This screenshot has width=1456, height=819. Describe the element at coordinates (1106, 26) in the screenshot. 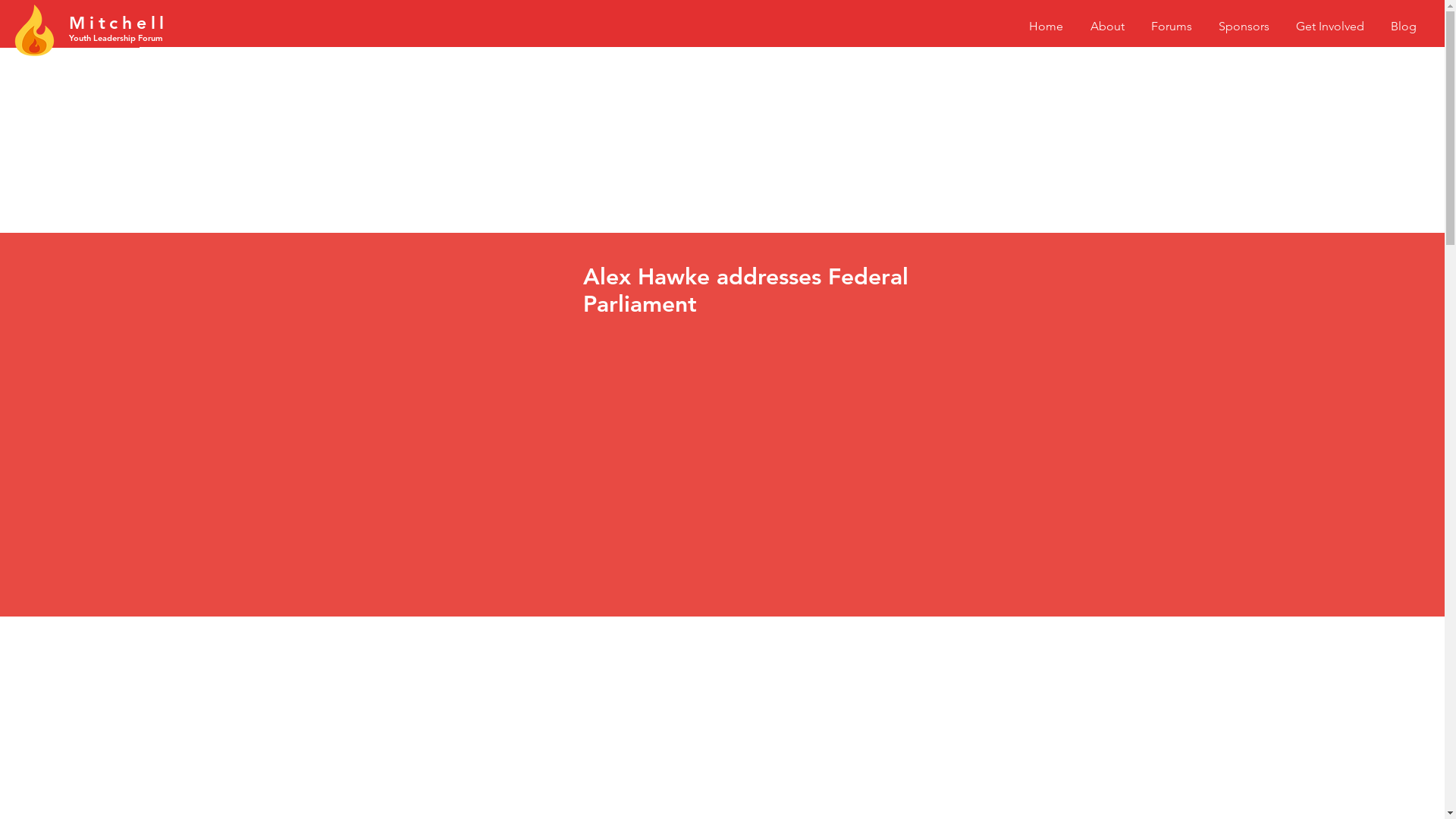

I see `'About'` at that location.